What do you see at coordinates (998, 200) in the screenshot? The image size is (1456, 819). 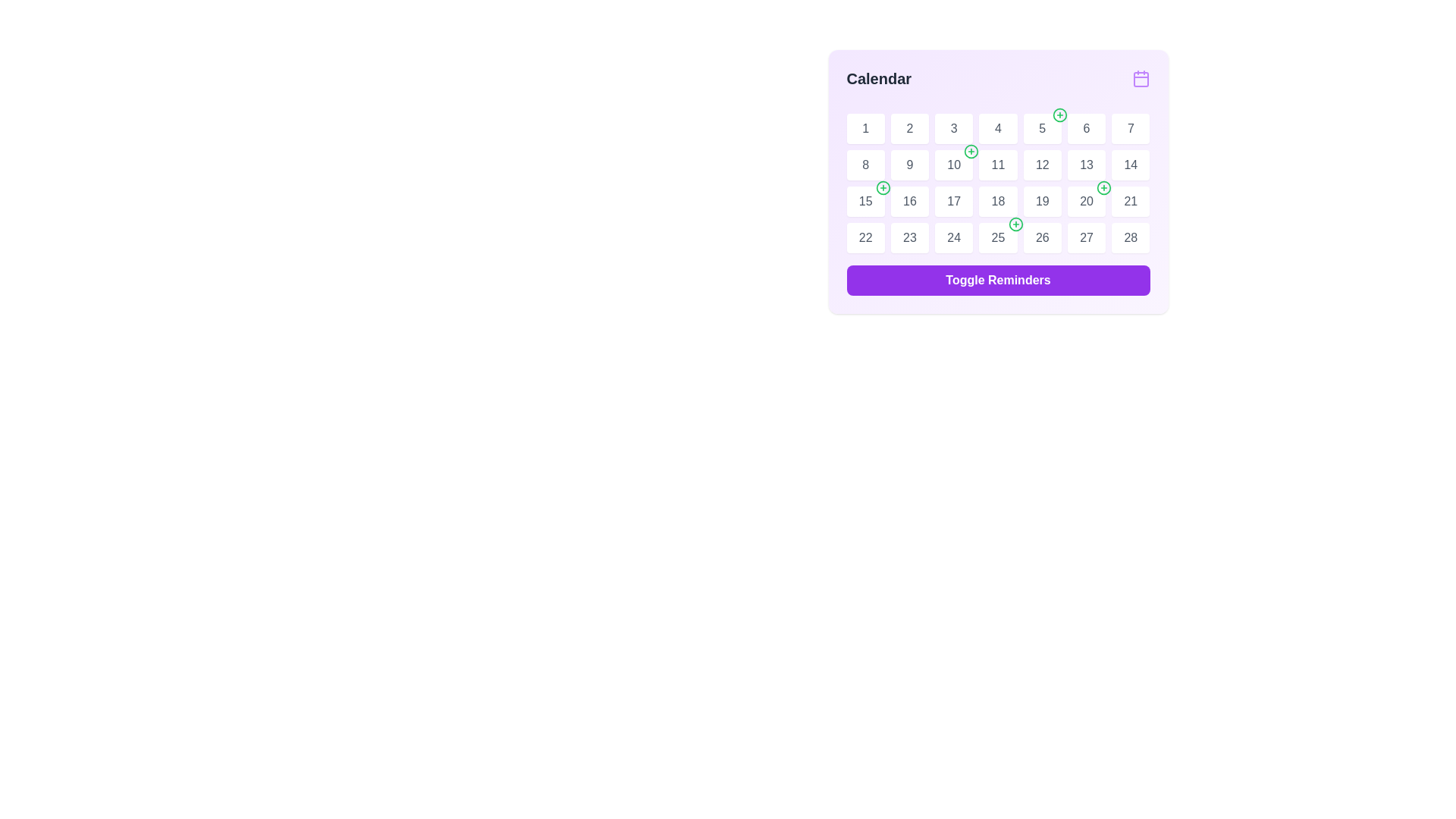 I see `the non-interactive date label indicating the day '18' in the calendar view, located in the 6th column and 3rd row of the calendar grid` at bounding box center [998, 200].